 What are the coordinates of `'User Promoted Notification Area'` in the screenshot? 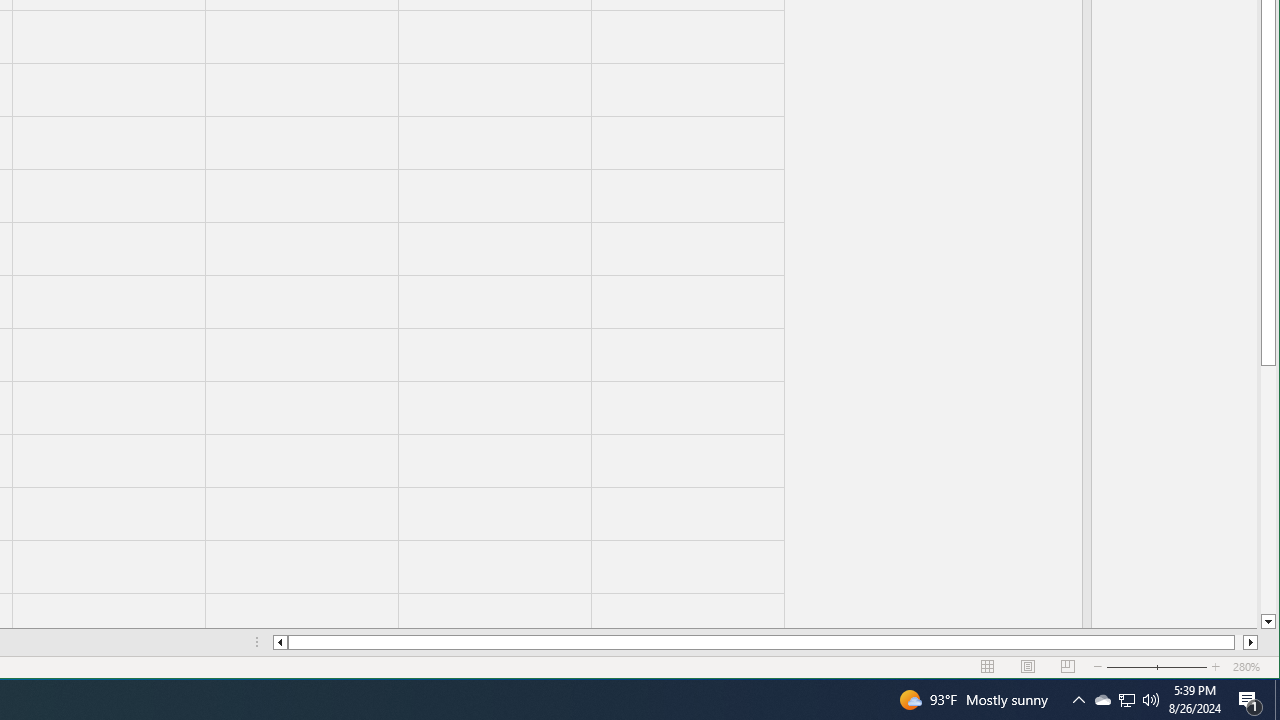 It's located at (1127, 698).